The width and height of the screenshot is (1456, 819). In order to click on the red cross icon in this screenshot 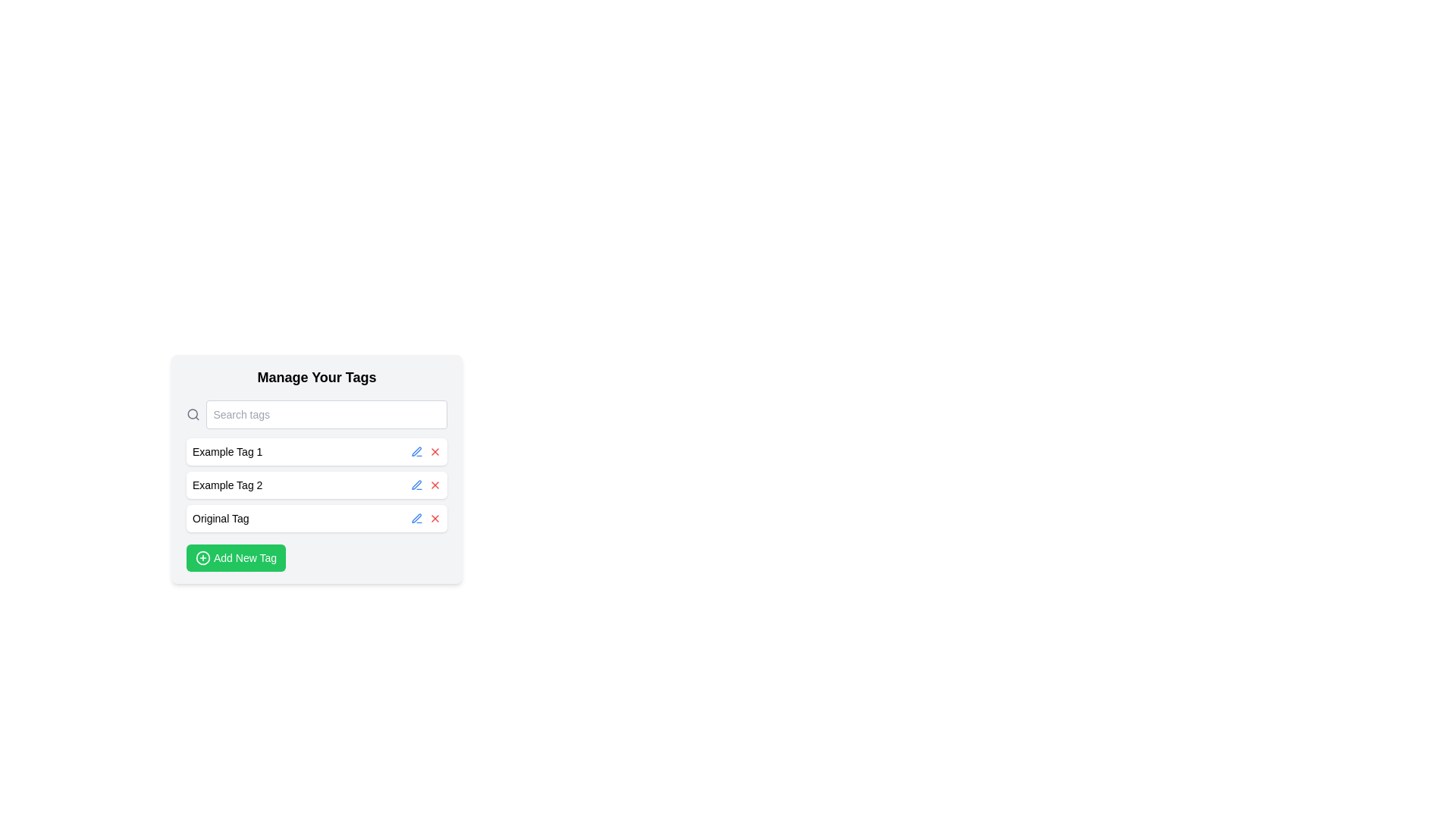, I will do `click(425, 517)`.